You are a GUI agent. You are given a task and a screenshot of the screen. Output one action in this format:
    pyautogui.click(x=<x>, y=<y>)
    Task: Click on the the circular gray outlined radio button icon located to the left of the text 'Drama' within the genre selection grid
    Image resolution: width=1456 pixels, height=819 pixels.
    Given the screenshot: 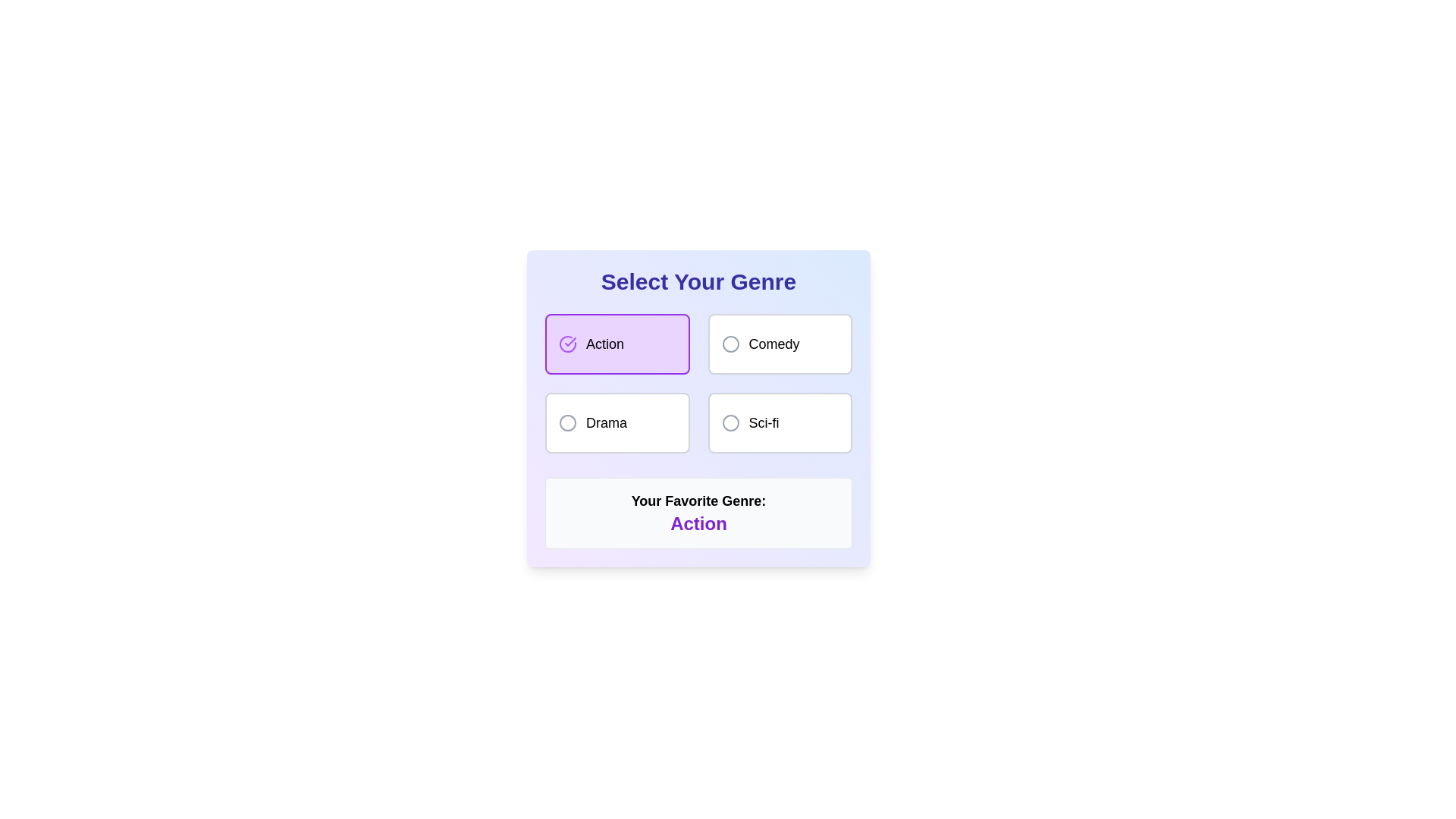 What is the action you would take?
    pyautogui.click(x=566, y=423)
    